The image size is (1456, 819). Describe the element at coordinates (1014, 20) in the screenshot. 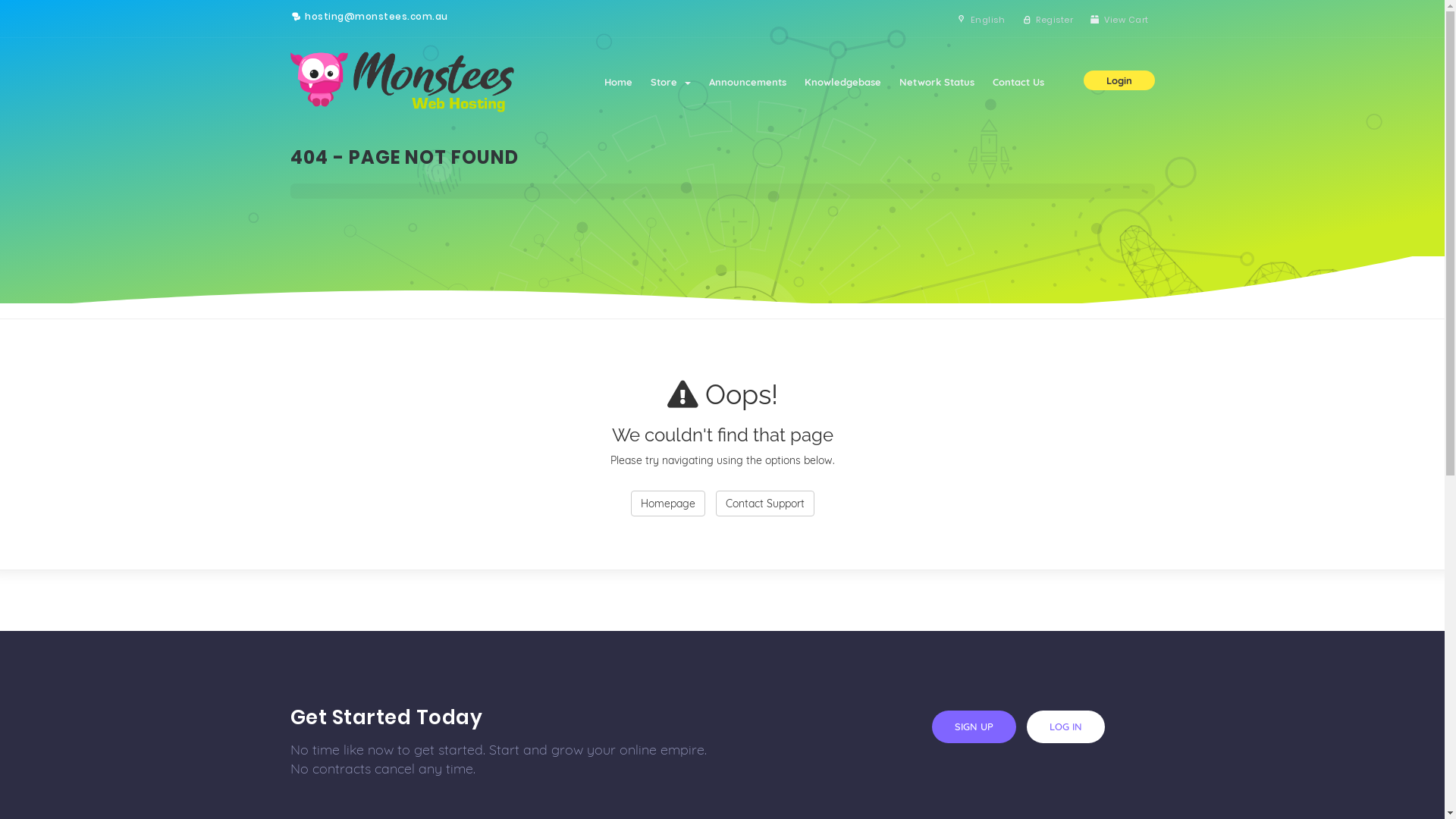

I see `'Register'` at that location.